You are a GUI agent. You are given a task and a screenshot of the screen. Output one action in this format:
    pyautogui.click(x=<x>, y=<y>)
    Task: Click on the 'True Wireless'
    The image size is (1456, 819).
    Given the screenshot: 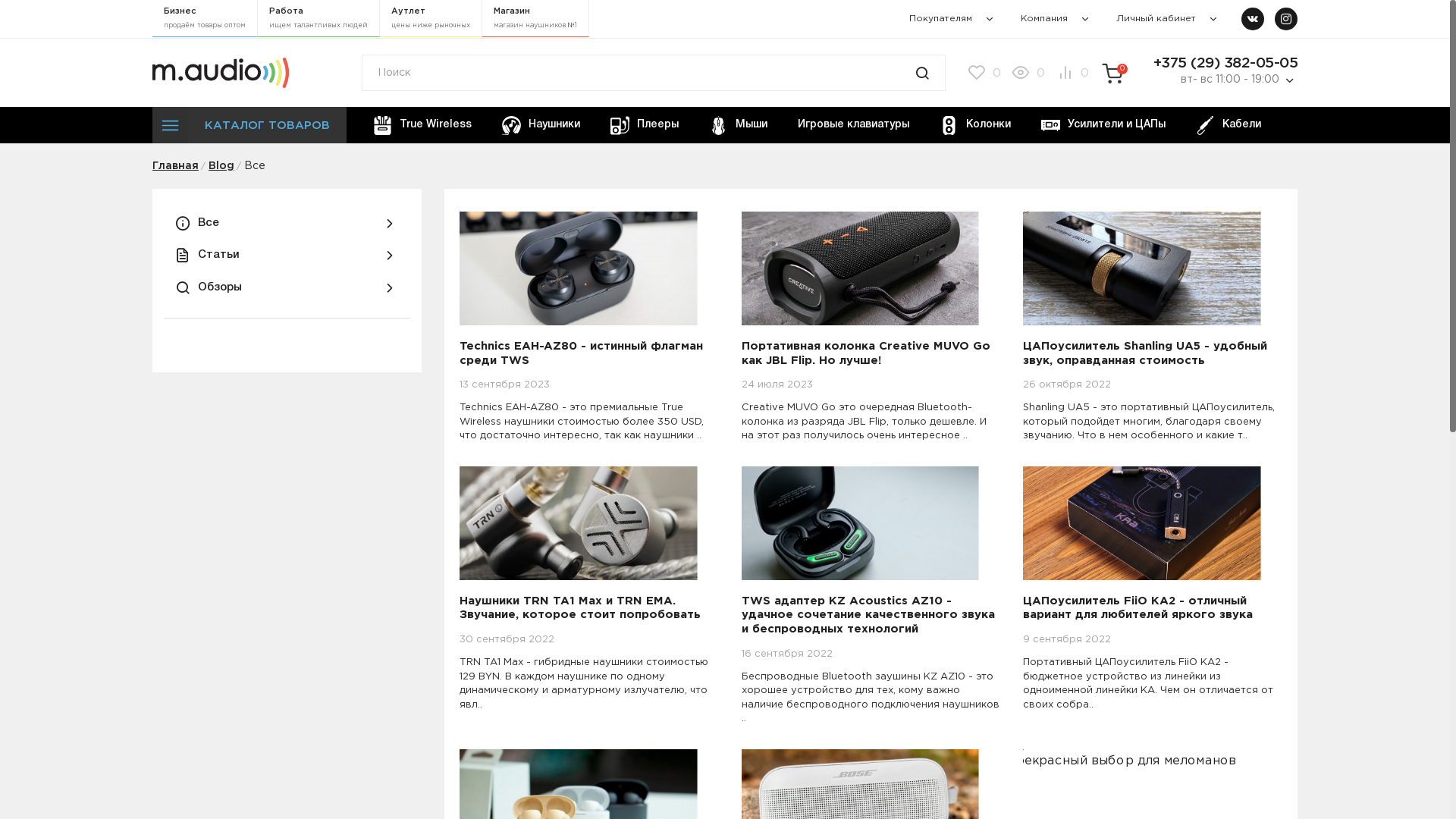 What is the action you would take?
    pyautogui.click(x=360, y=124)
    